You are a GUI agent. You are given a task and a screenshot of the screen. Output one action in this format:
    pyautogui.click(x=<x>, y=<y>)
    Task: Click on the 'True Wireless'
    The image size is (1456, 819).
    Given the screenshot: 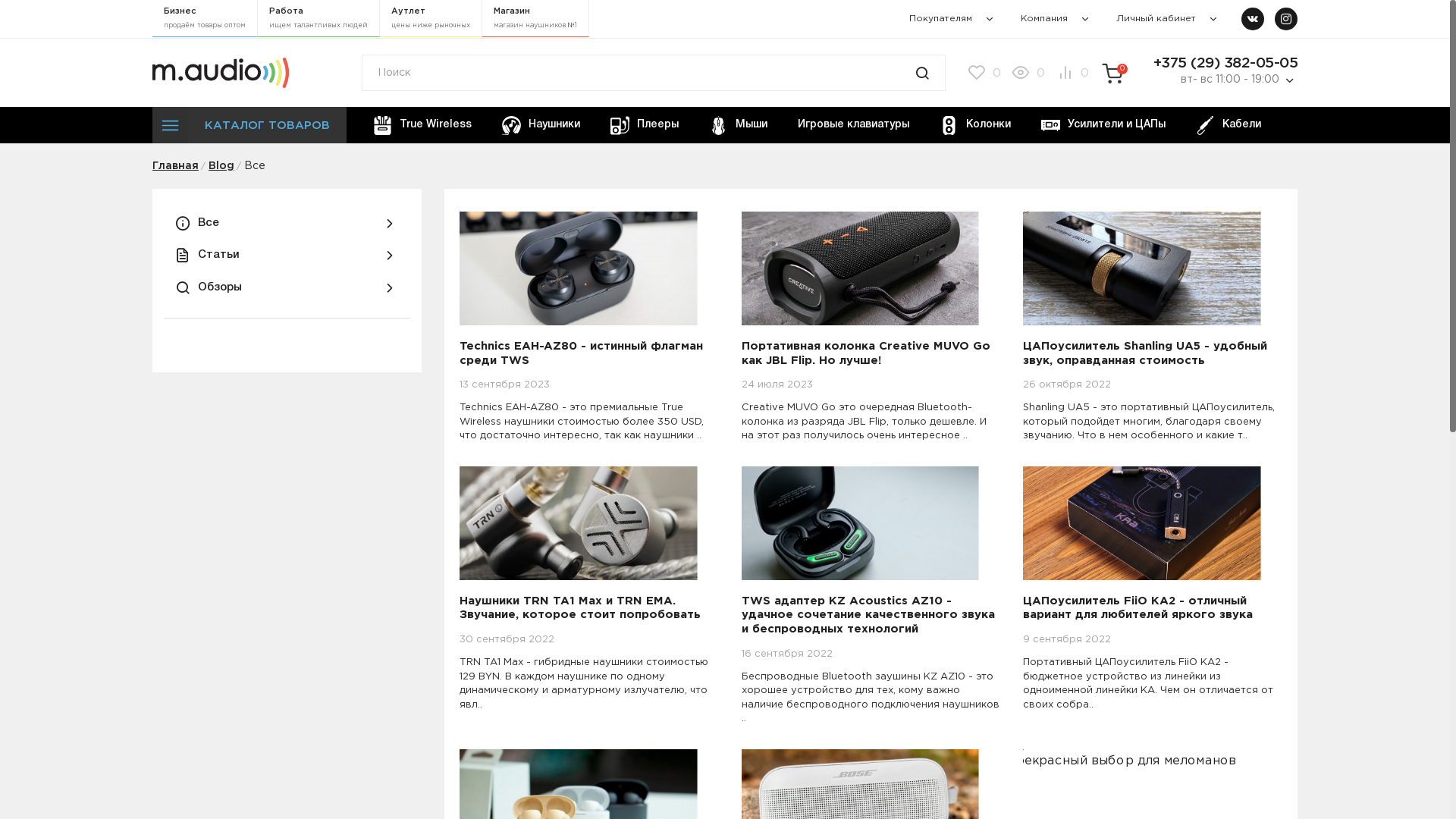 What is the action you would take?
    pyautogui.click(x=360, y=124)
    